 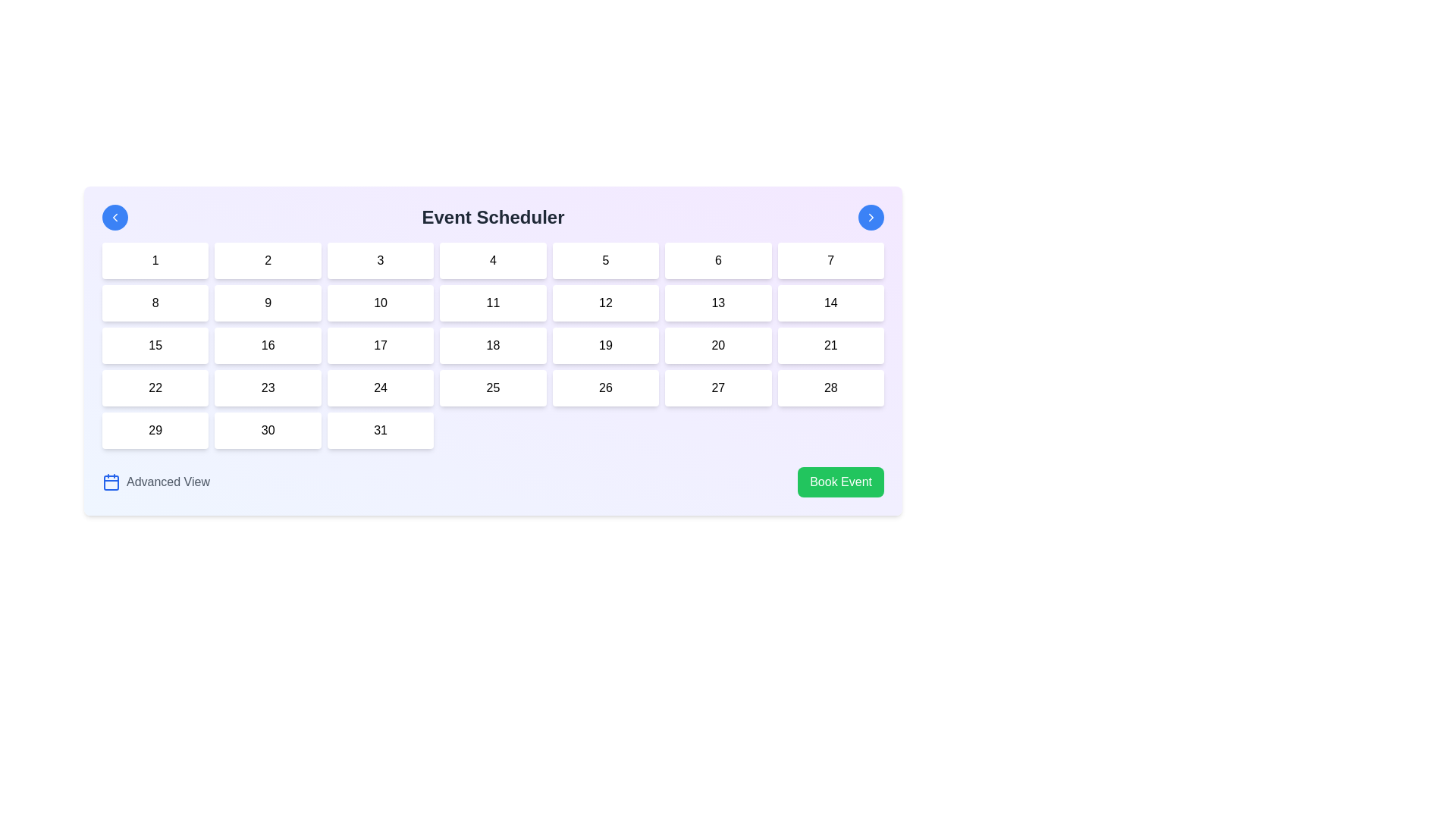 I want to click on the first button in the calendar interface grid, which indicates the first day of a month, so click(x=155, y=259).